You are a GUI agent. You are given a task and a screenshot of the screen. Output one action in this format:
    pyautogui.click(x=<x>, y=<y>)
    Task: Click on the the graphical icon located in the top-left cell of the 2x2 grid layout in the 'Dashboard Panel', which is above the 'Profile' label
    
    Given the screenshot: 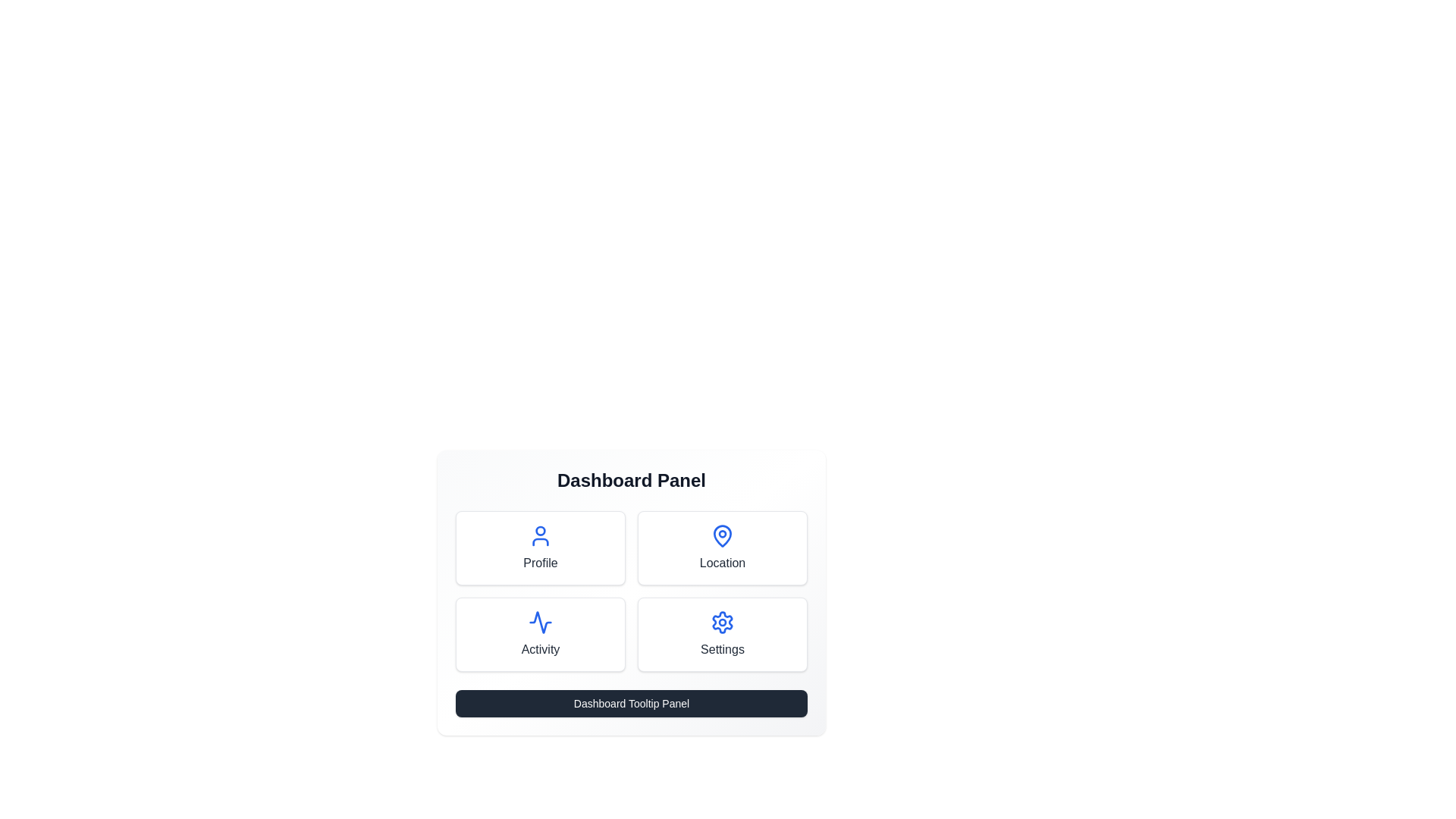 What is the action you would take?
    pyautogui.click(x=541, y=535)
    